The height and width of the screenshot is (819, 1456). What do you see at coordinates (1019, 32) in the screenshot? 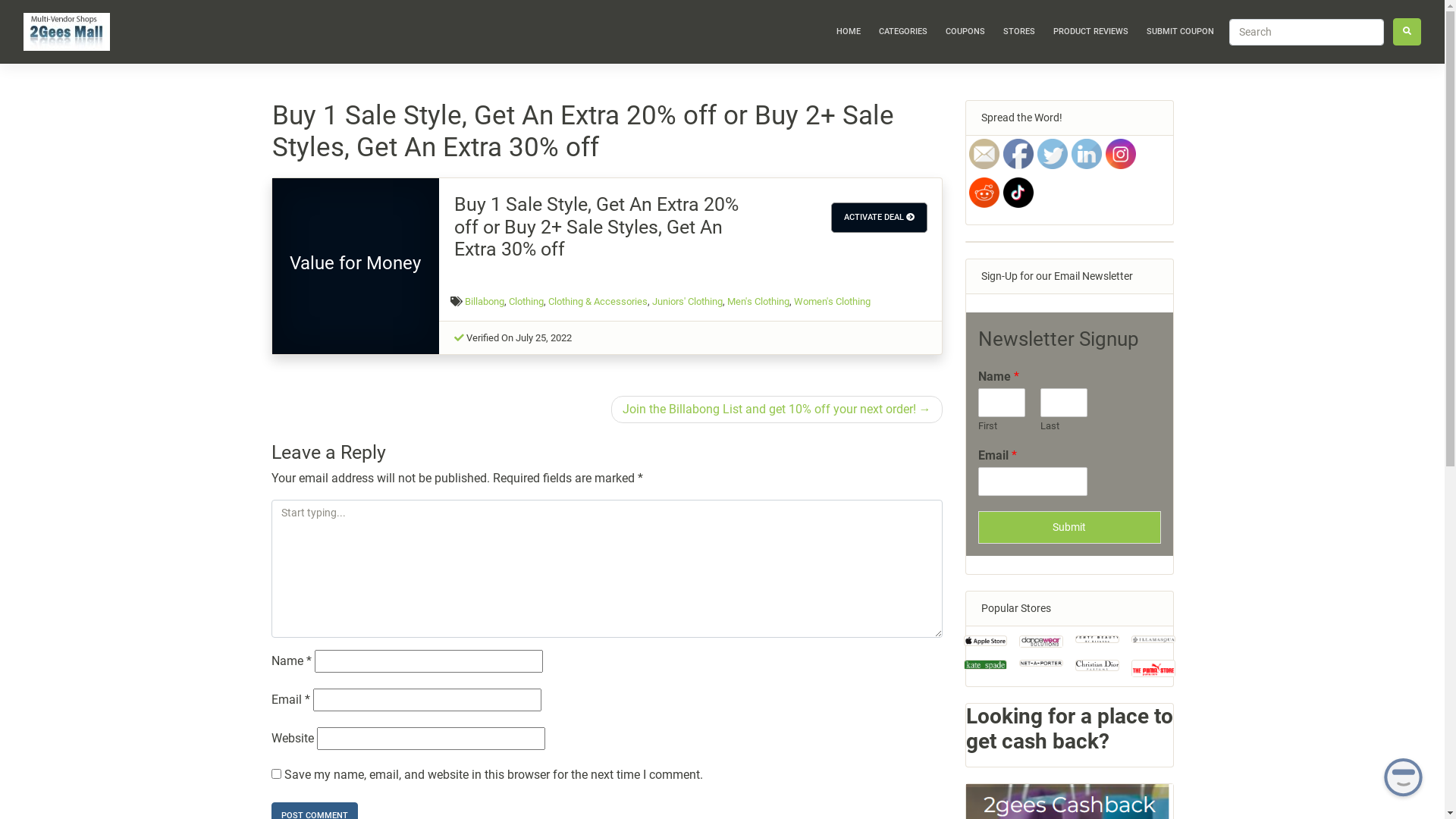
I see `'STORES'` at bounding box center [1019, 32].